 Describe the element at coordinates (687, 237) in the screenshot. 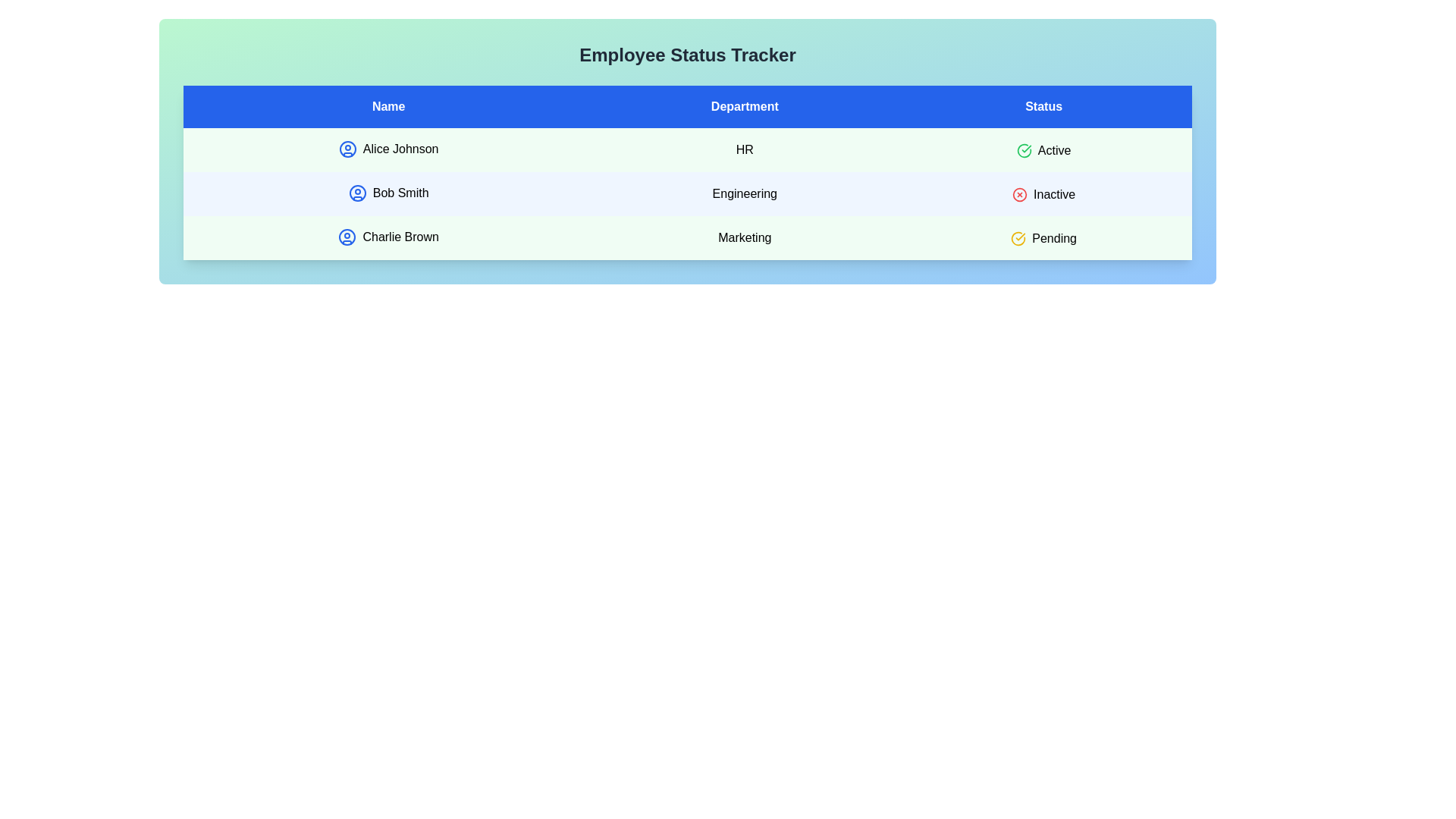

I see `the row corresponding to Charlie Brown` at that location.